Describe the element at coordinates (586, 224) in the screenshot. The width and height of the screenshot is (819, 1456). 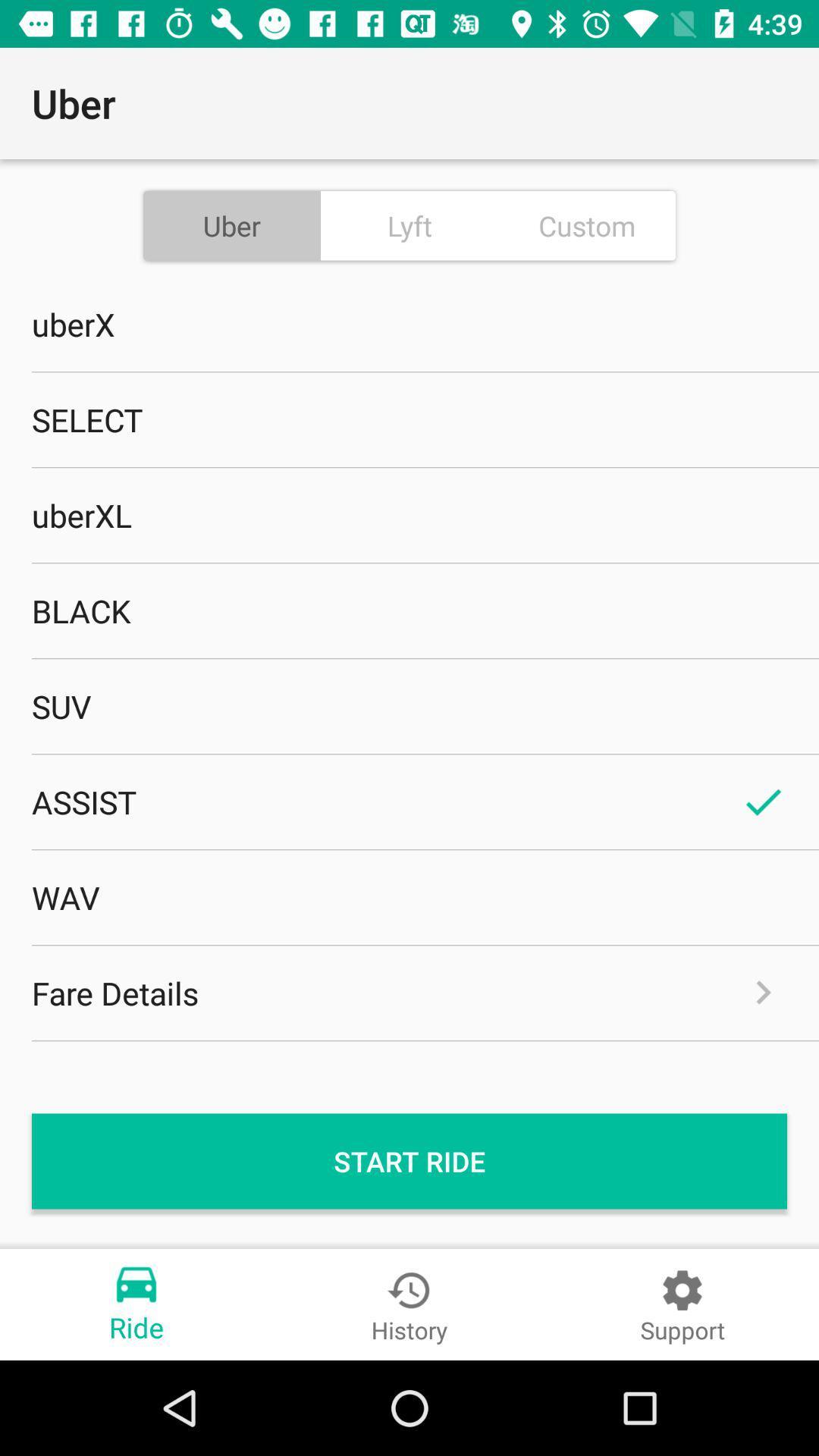
I see `custom` at that location.